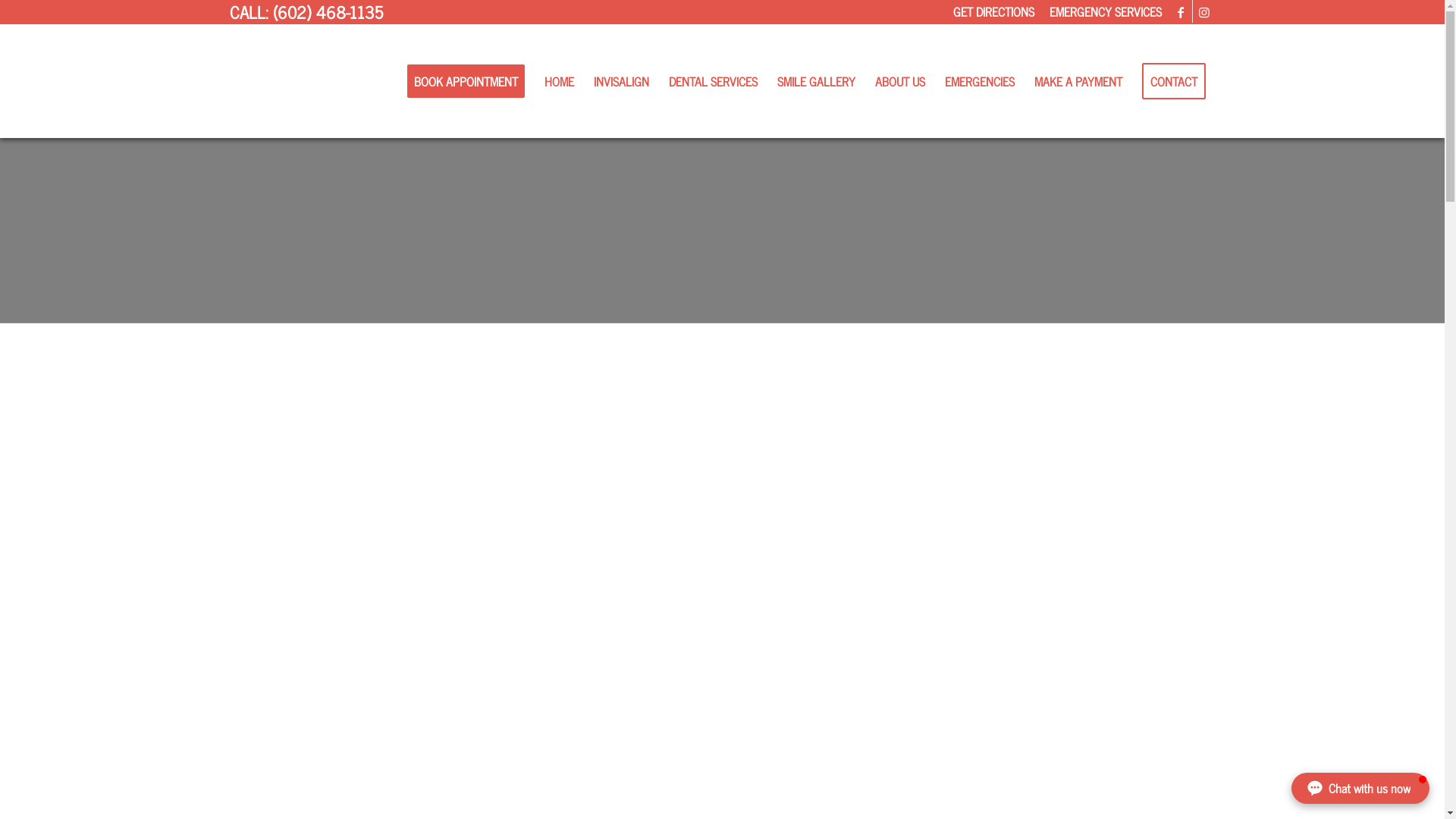 The width and height of the screenshot is (1456, 819). I want to click on 'DENTAL SERVICES', so click(711, 81).